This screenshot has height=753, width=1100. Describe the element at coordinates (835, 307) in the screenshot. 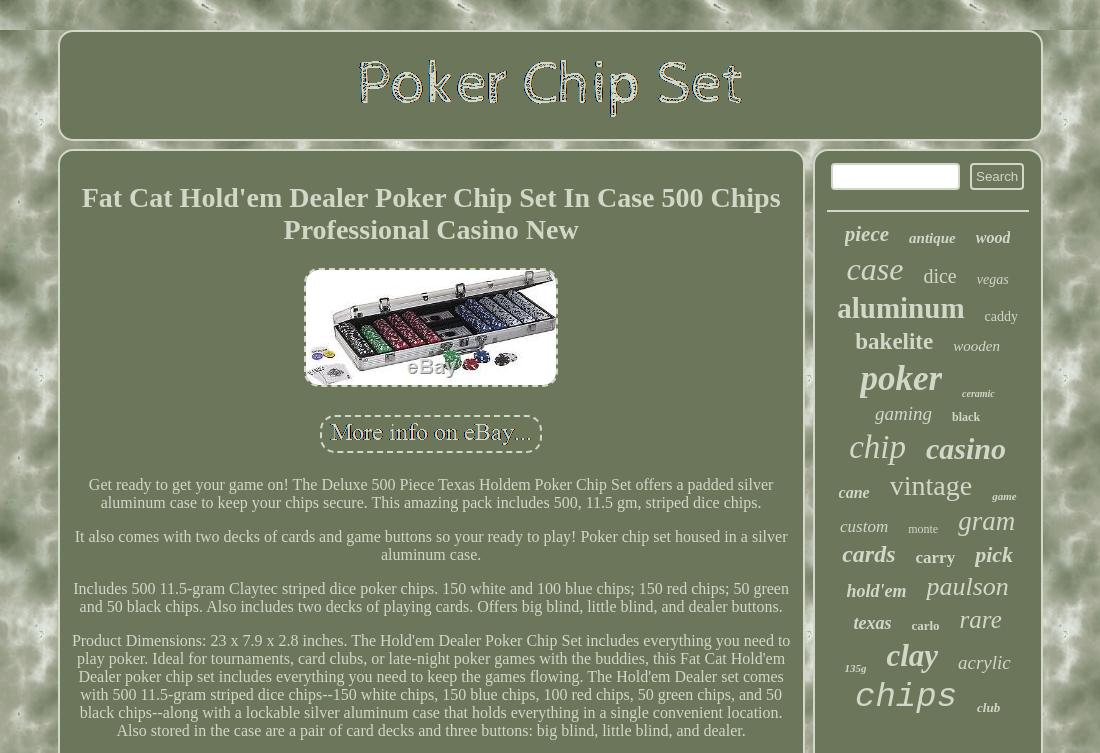

I see `'aluminum'` at that location.